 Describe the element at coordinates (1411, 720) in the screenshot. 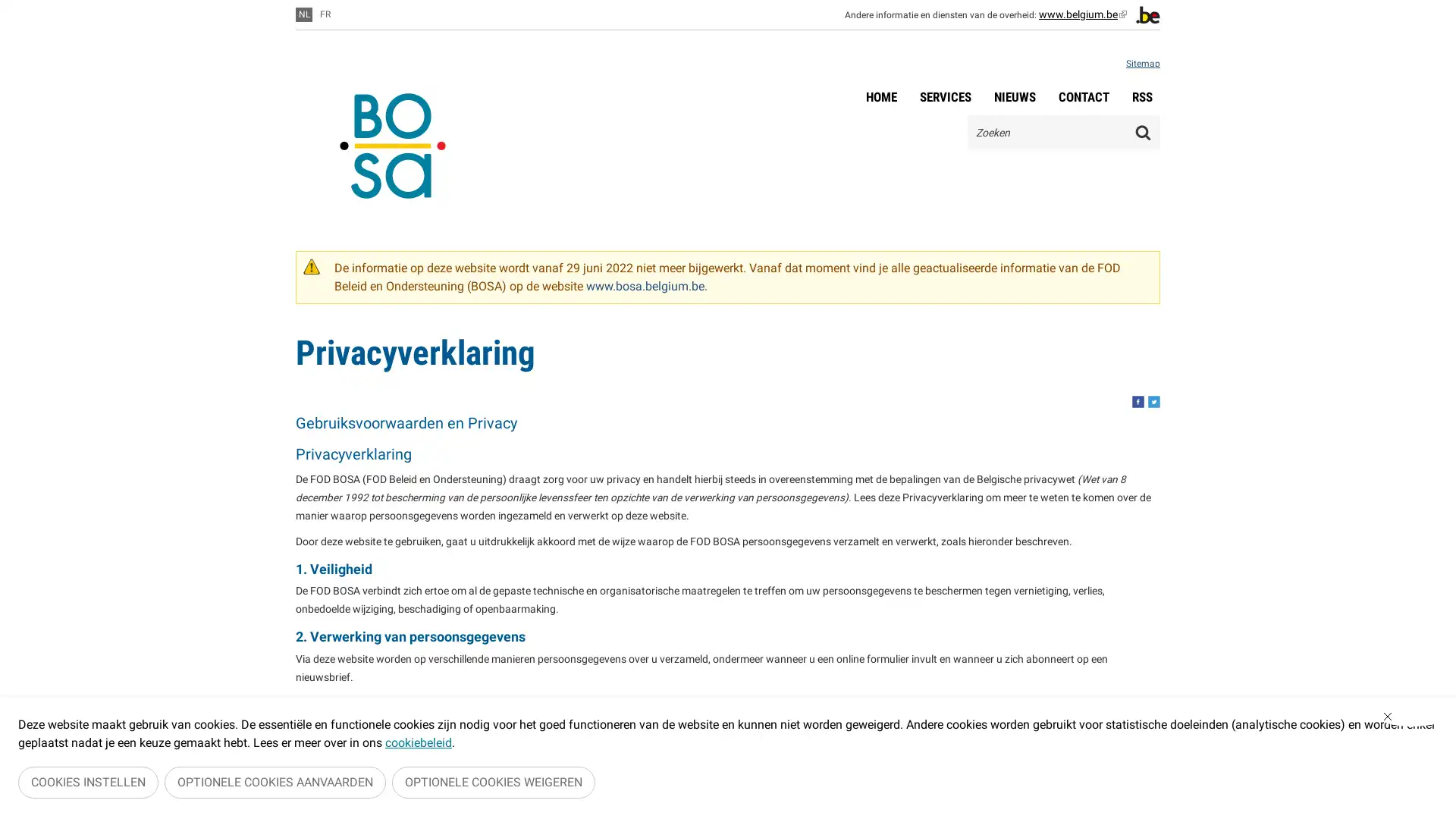

I see `Sluiten` at that location.